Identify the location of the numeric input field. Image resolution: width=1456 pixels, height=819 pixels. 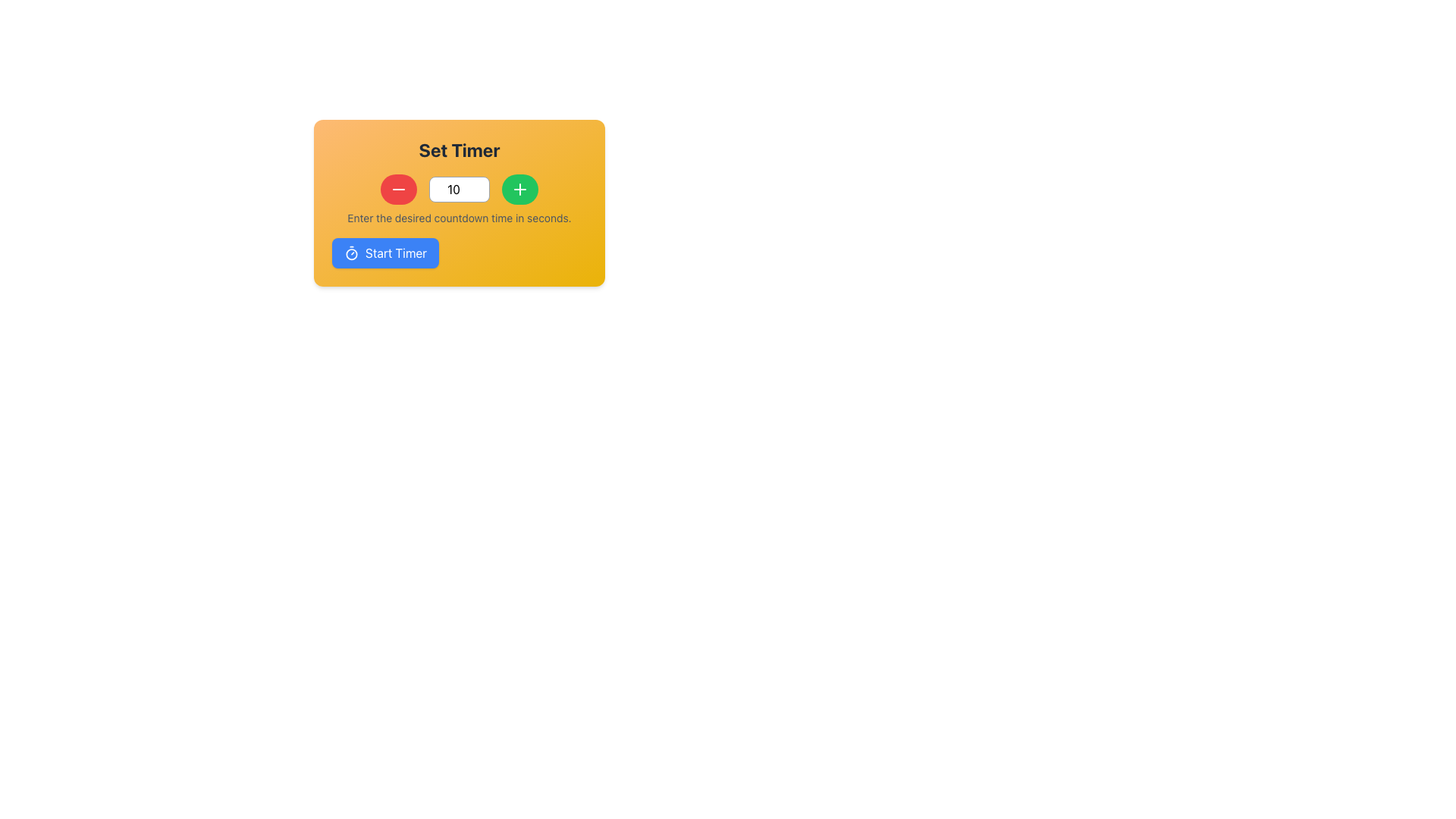
(458, 189).